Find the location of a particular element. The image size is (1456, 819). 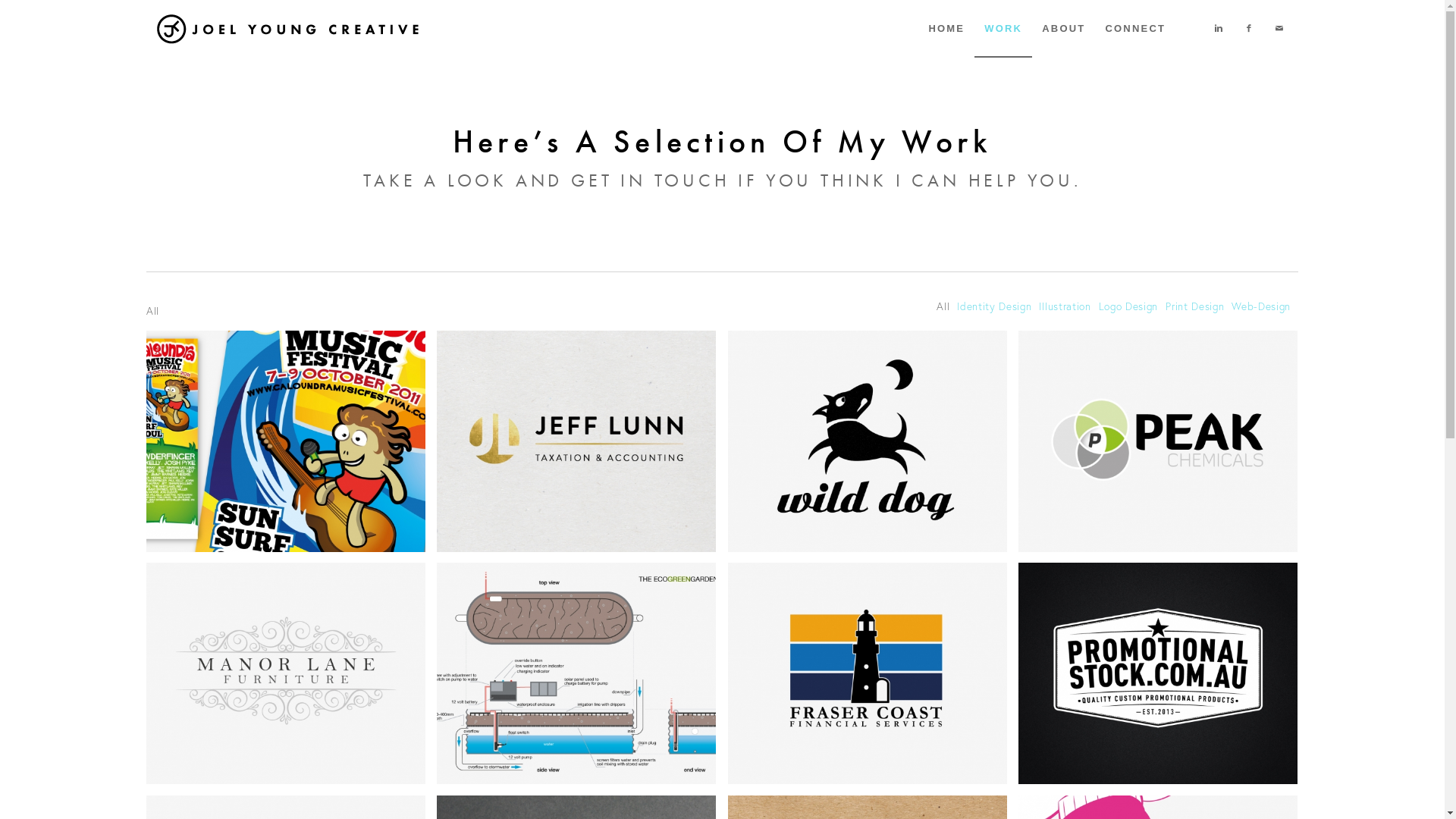

'fcfs-logo' is located at coordinates (874, 678).